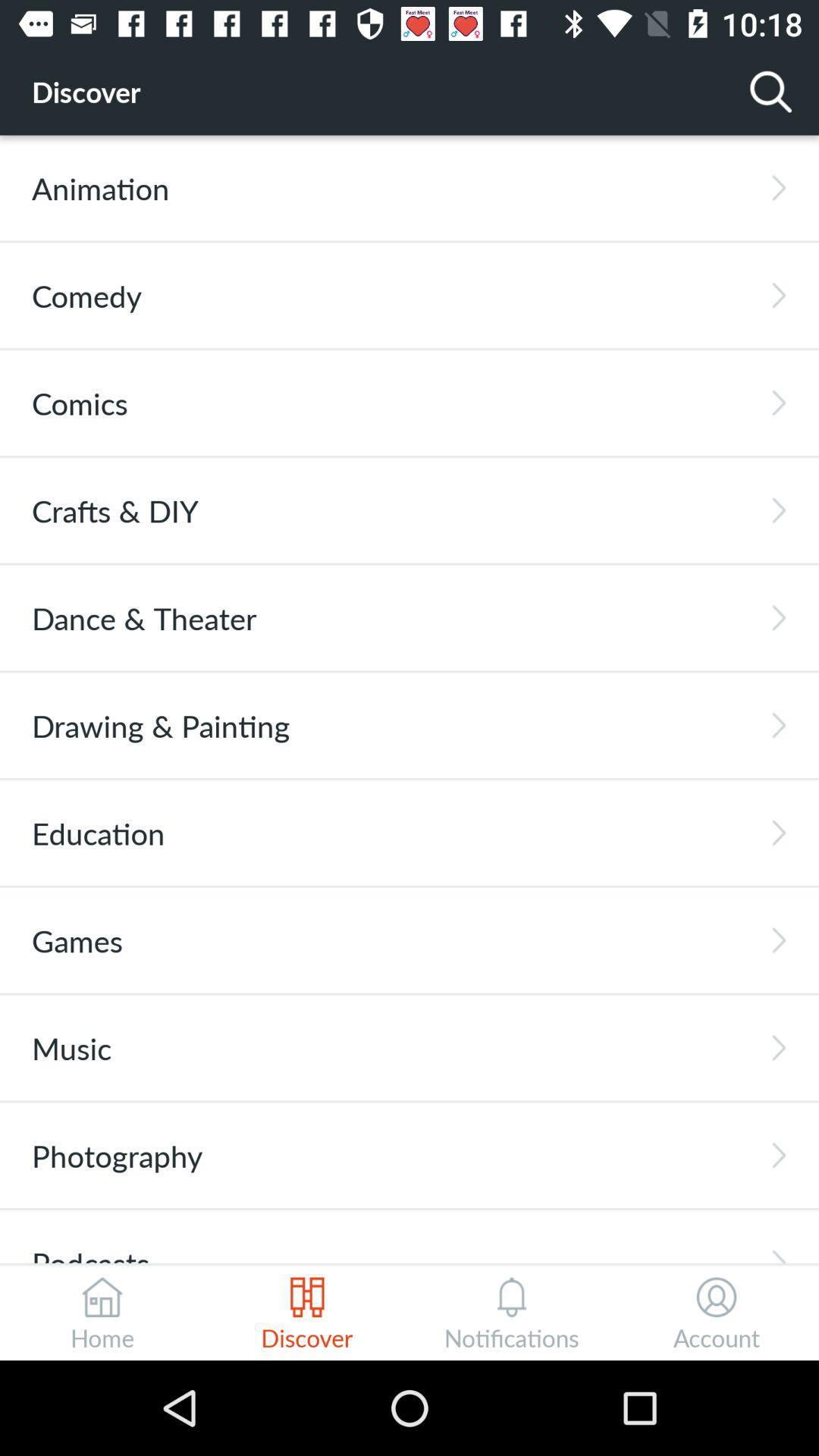  I want to click on the item to the right of discover icon, so click(771, 90).